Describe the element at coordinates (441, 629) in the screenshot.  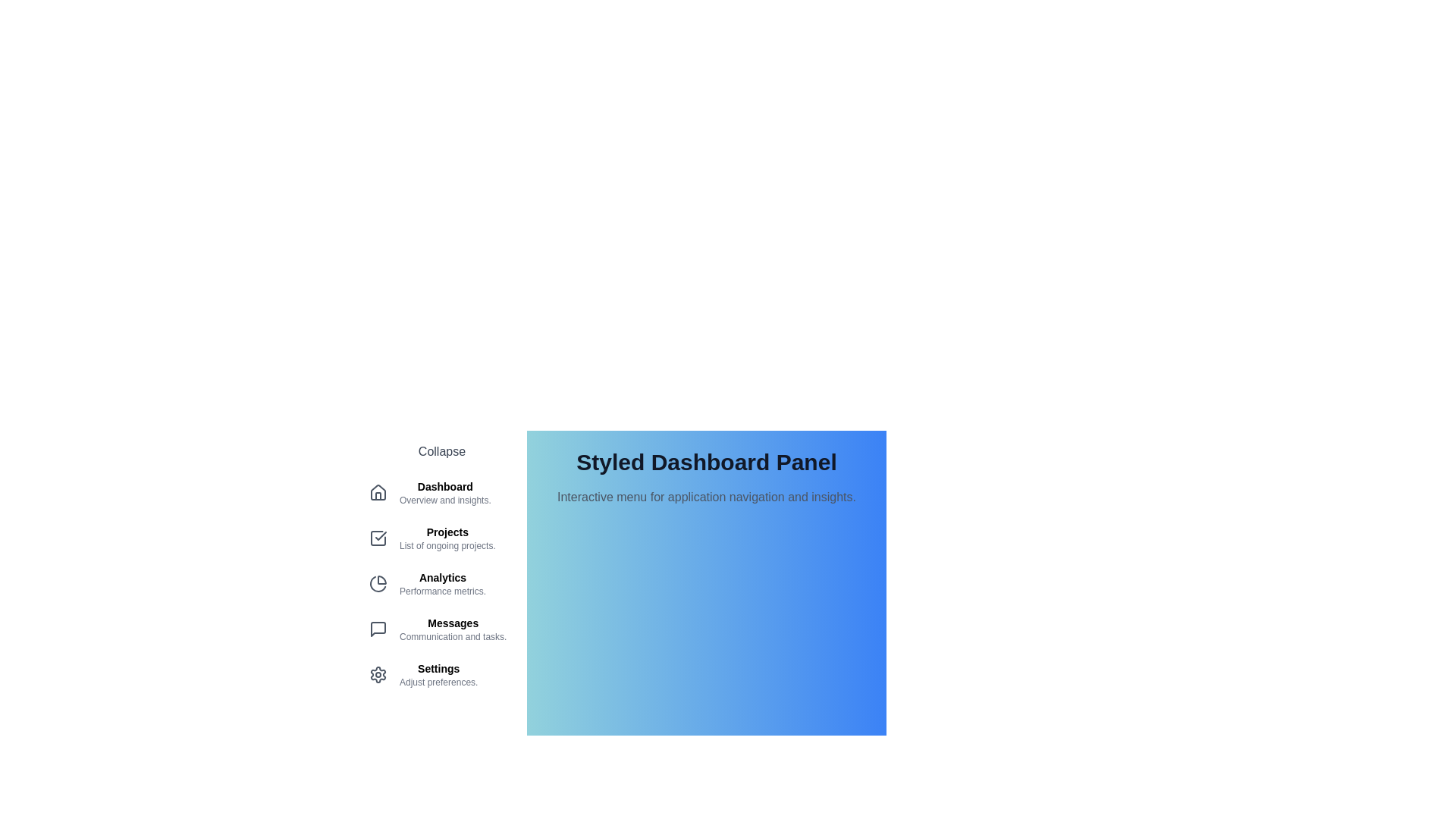
I see `the menu item Messages from the menu` at that location.